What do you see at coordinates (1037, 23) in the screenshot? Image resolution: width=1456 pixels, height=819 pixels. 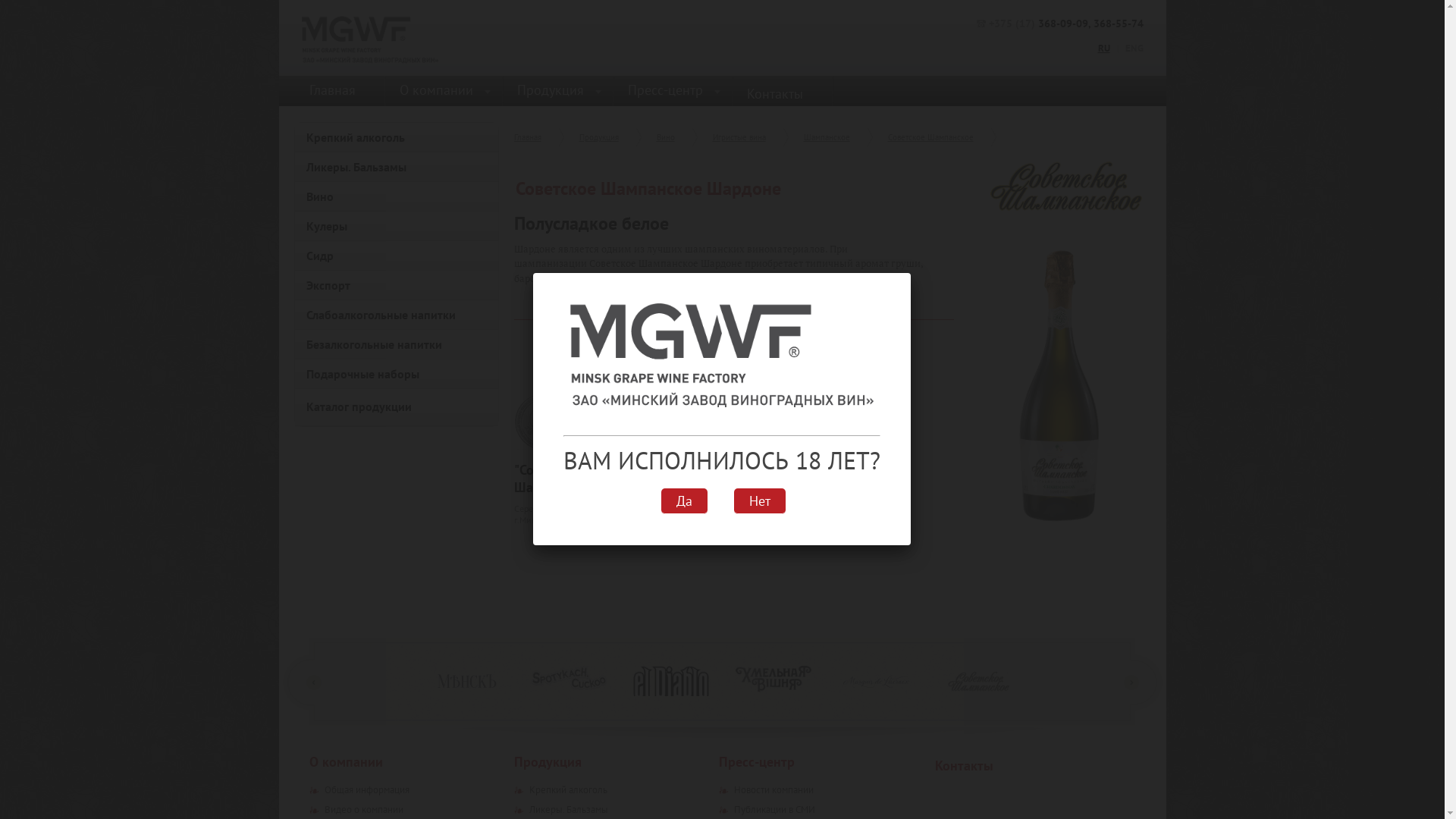 I see `'368-09-09'` at bounding box center [1037, 23].